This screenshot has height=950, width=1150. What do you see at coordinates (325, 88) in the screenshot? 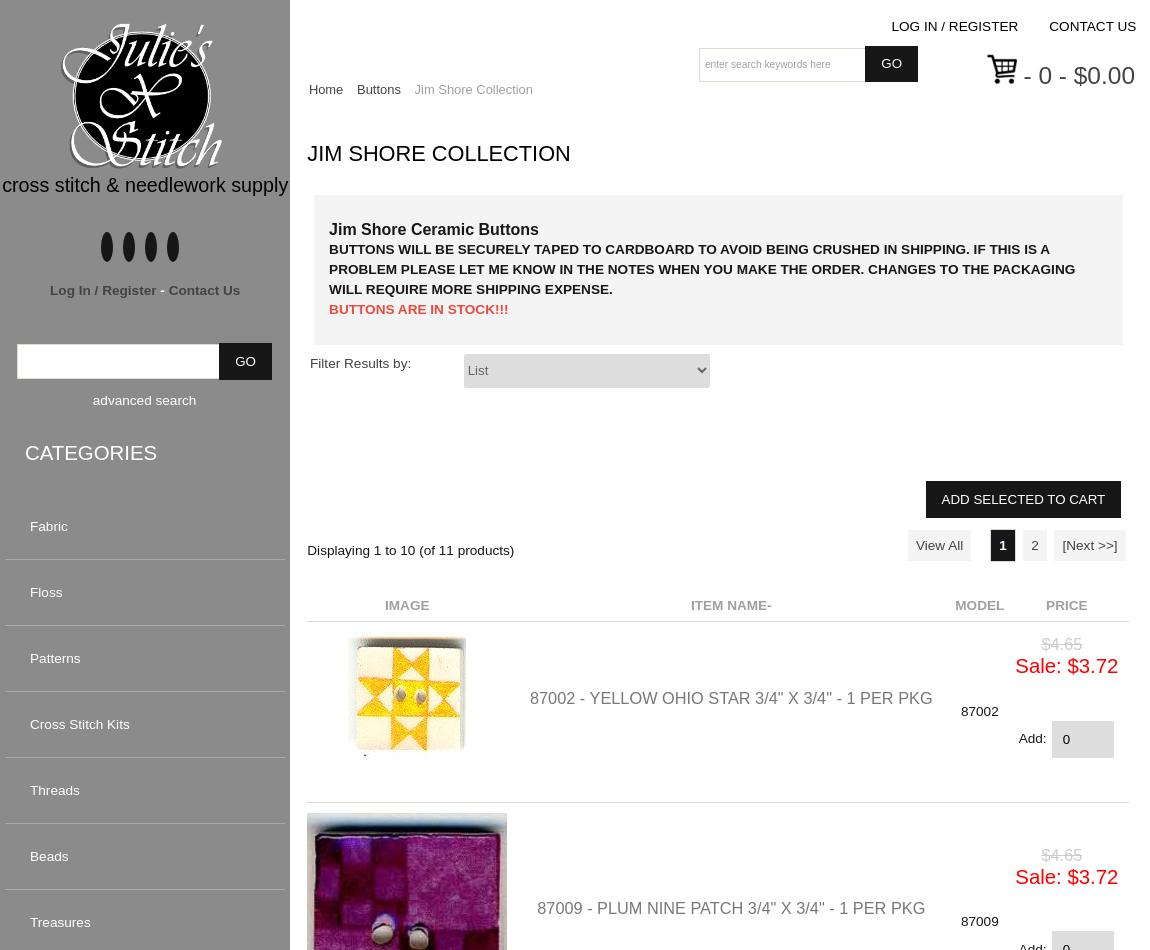
I see `'Home'` at bounding box center [325, 88].